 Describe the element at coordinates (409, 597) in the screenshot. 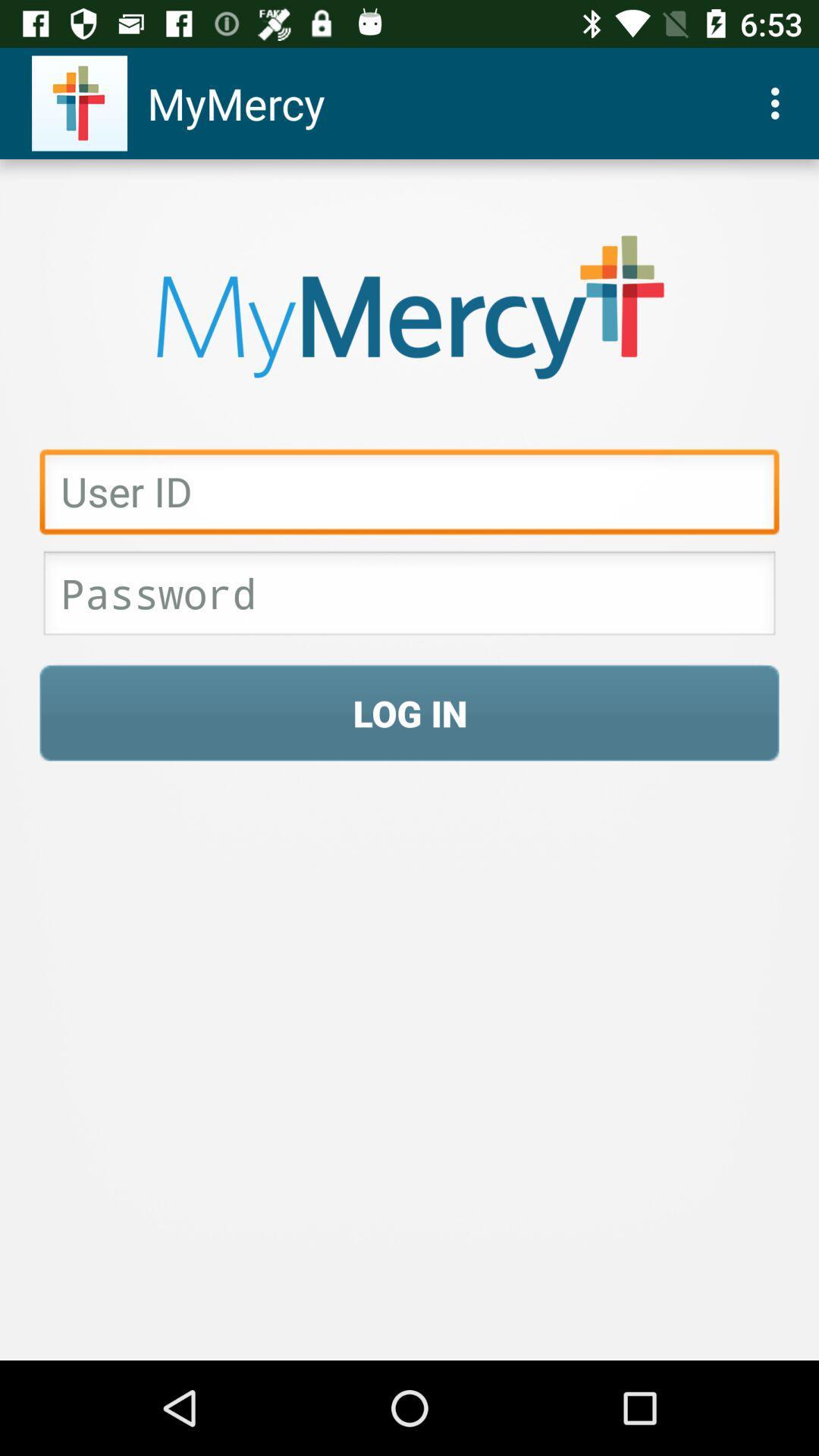

I see `icon above log in` at that location.